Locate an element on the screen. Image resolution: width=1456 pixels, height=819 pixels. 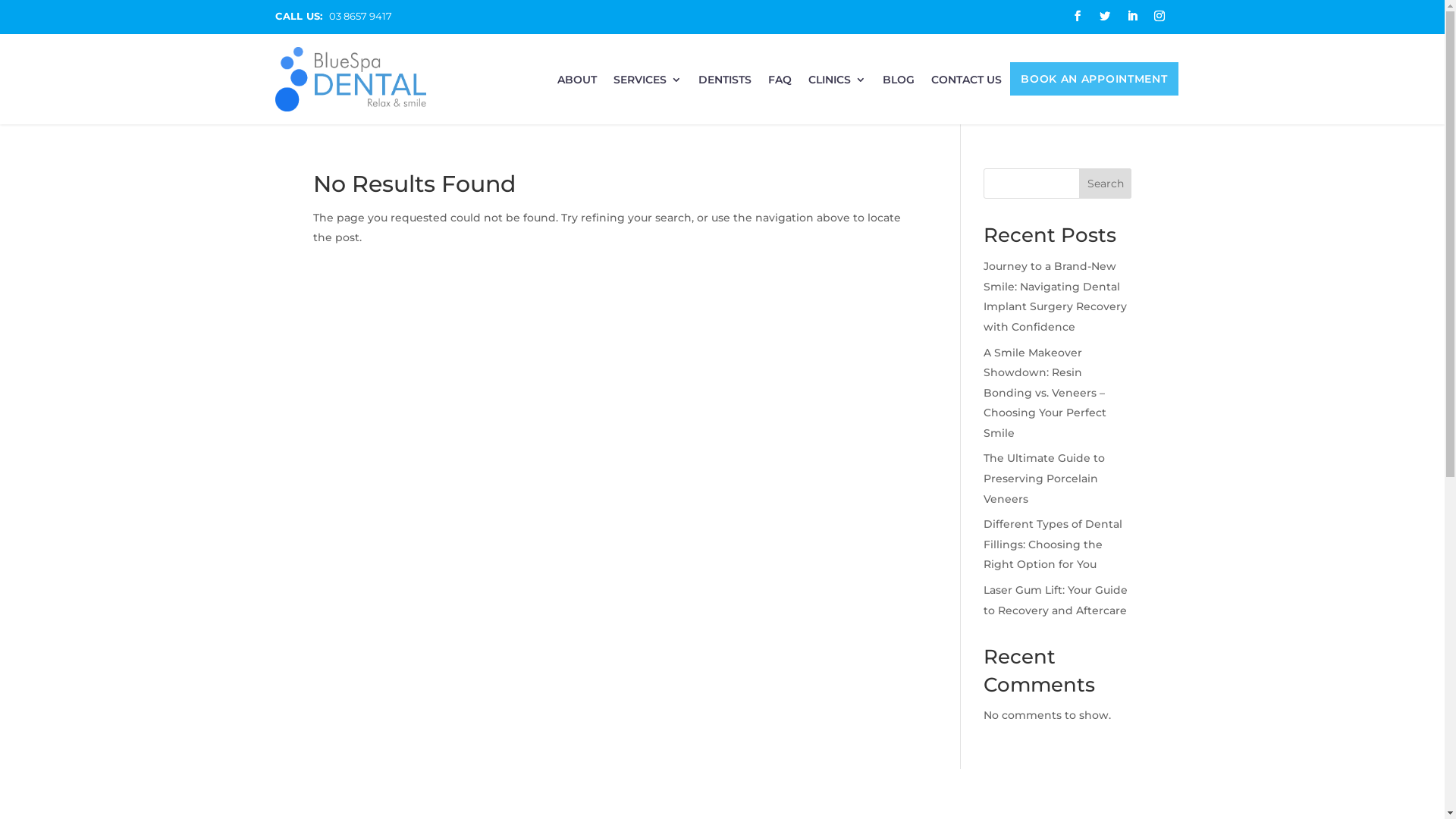
'DENTISTS' is located at coordinates (723, 84).